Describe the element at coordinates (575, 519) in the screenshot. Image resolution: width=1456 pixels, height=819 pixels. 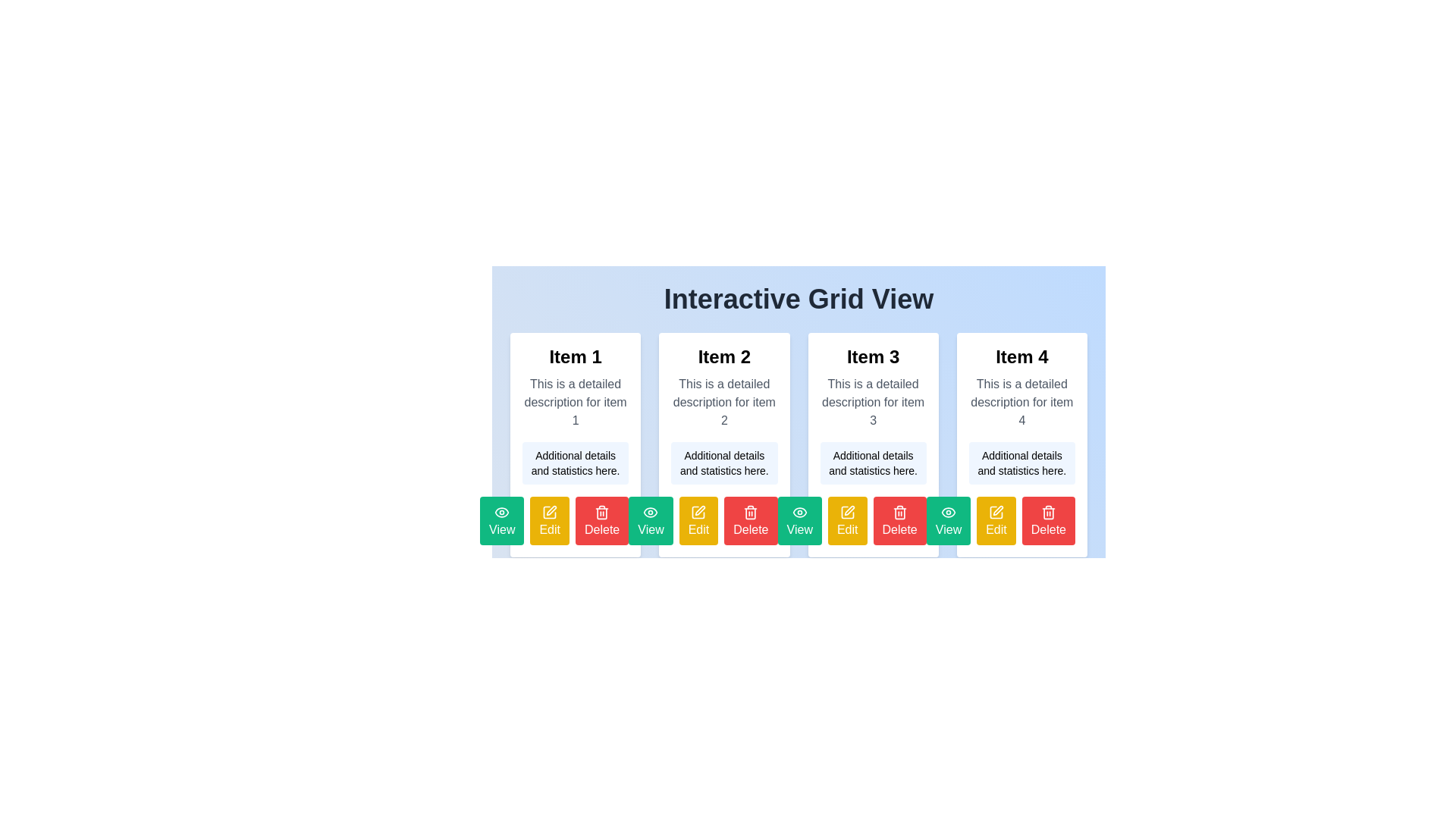
I see `the delete button located at the bottom-right side within the card labeled 'Item 1', which is the third button in the control group following 'View' and 'Edit'` at that location.